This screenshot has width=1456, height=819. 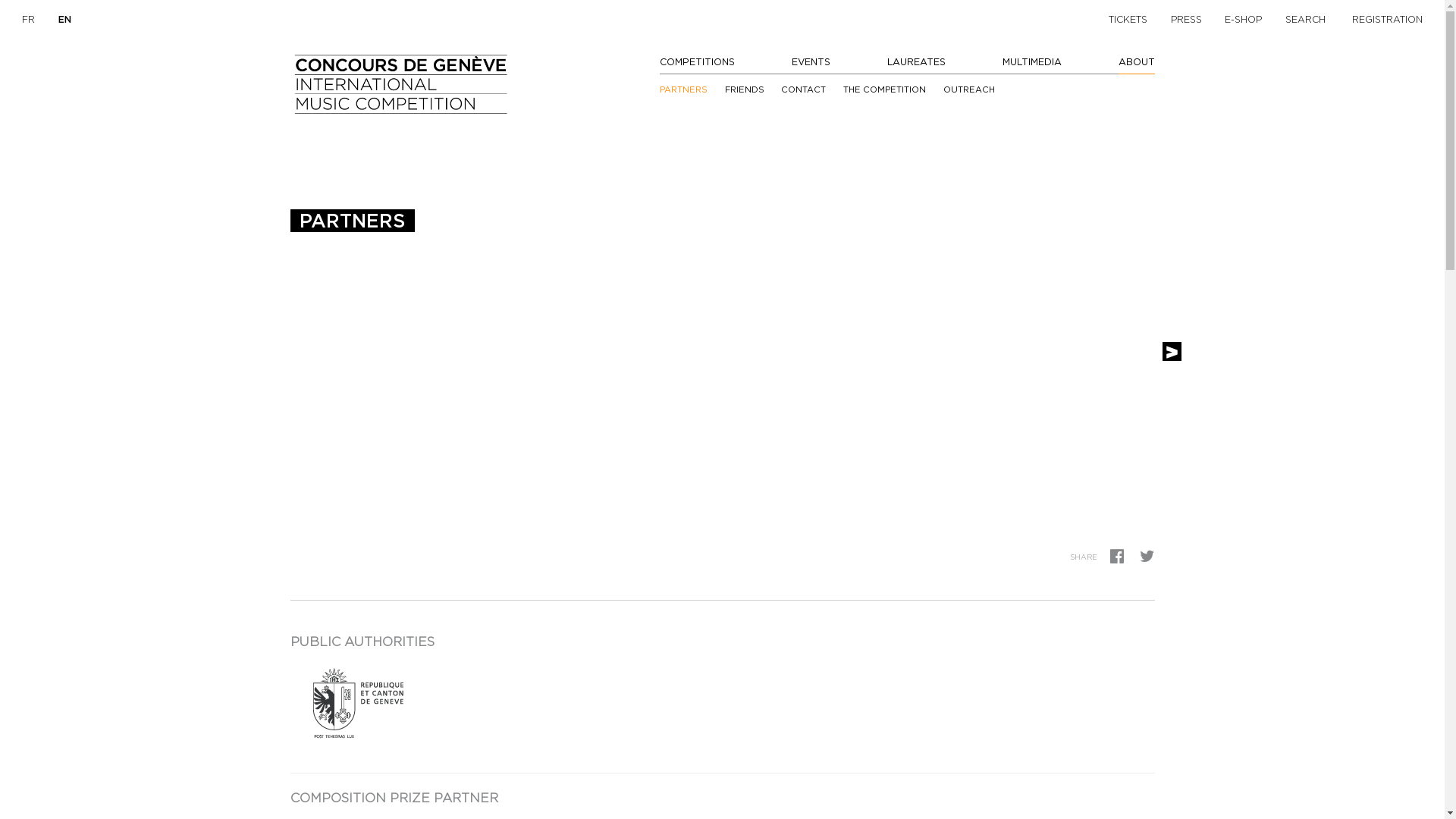 What do you see at coordinates (1304, 19) in the screenshot?
I see `'SEARCH'` at bounding box center [1304, 19].